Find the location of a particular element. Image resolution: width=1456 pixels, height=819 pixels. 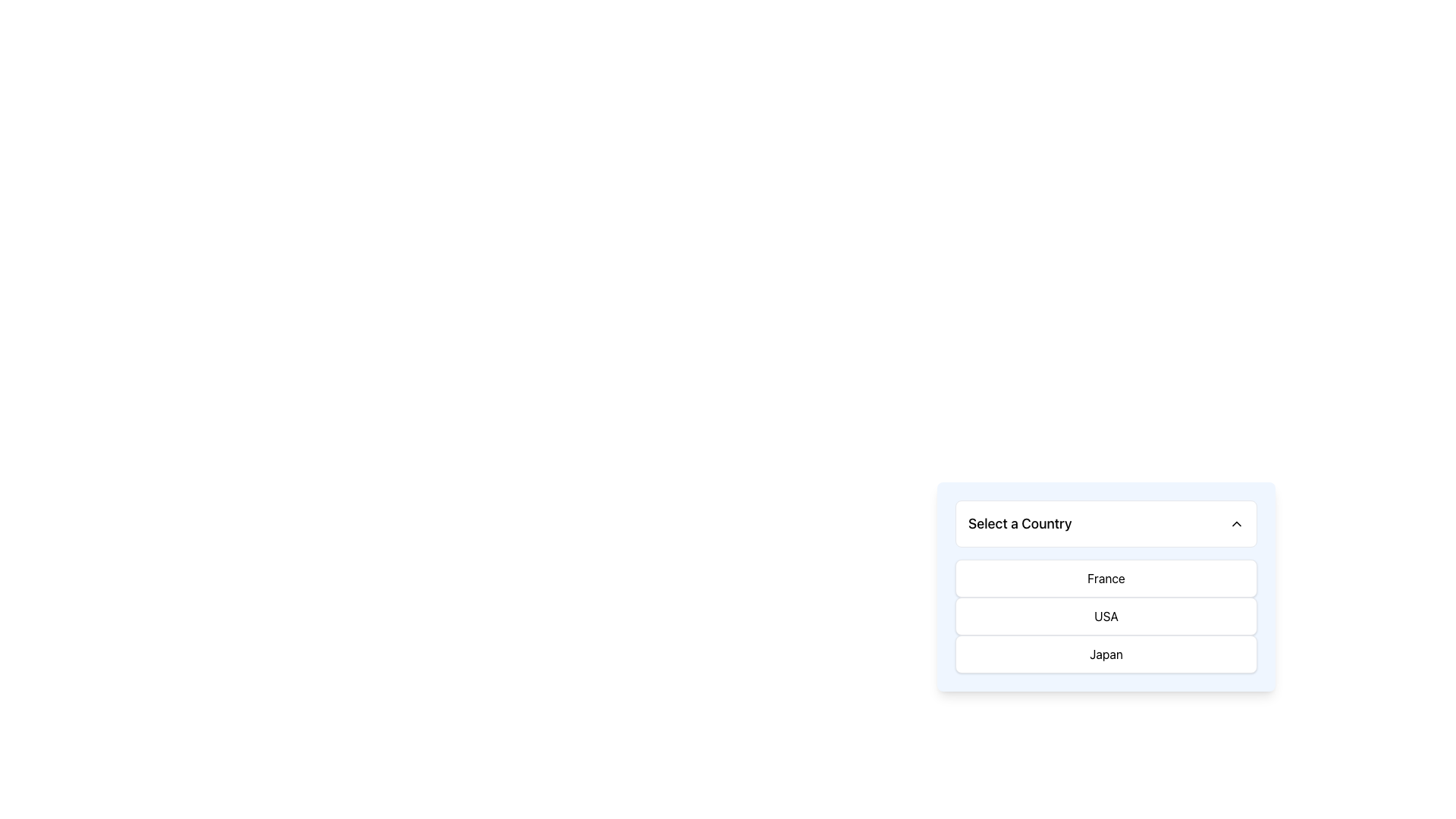

the button labeled 'France', which is a rectangular button with rounded corners located directly beneath the 'Select a Country' dropdown is located at coordinates (1106, 586).